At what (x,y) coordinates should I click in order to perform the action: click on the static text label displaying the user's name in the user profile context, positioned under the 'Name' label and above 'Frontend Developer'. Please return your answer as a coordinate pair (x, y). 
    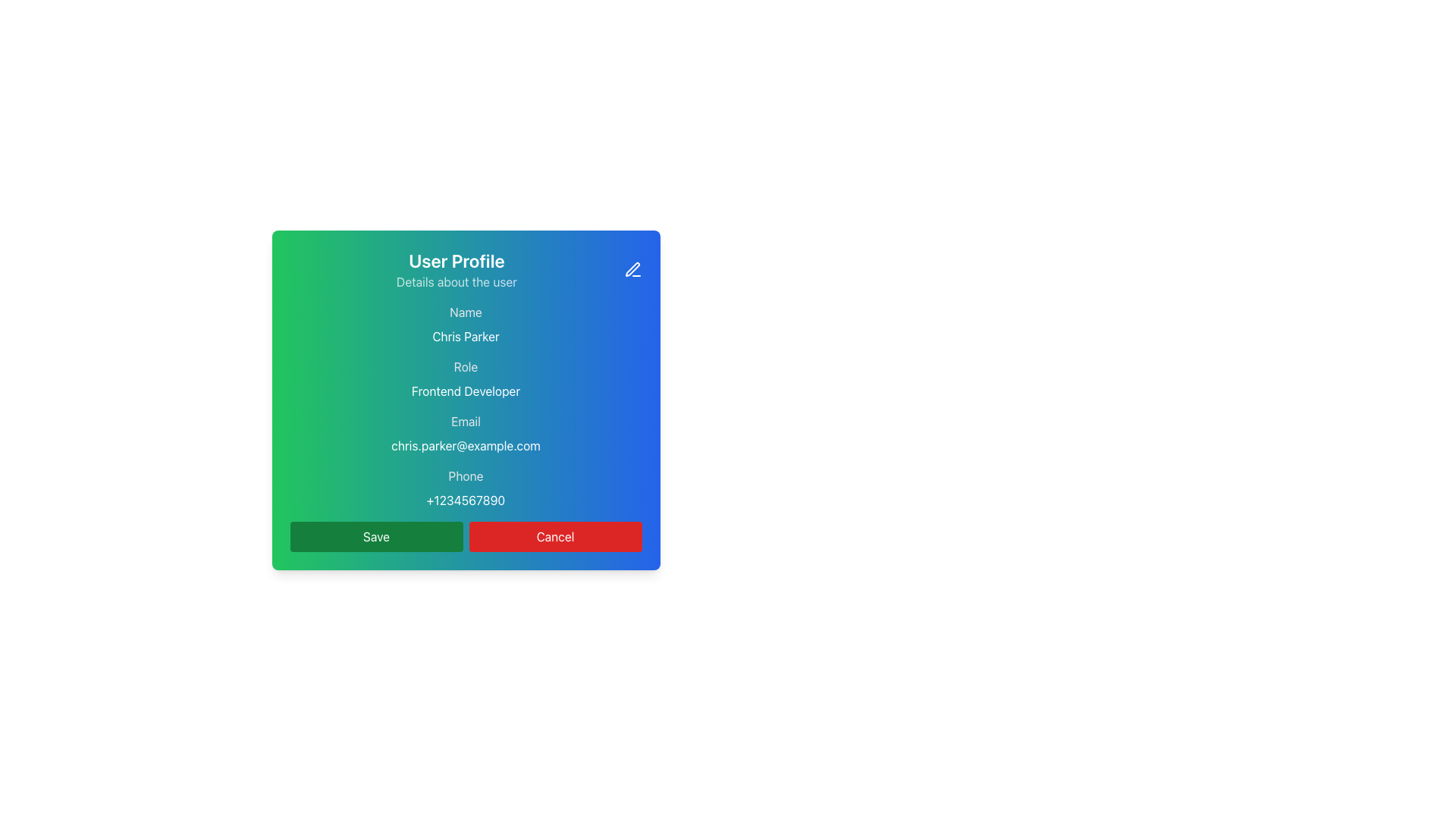
    Looking at the image, I should click on (465, 335).